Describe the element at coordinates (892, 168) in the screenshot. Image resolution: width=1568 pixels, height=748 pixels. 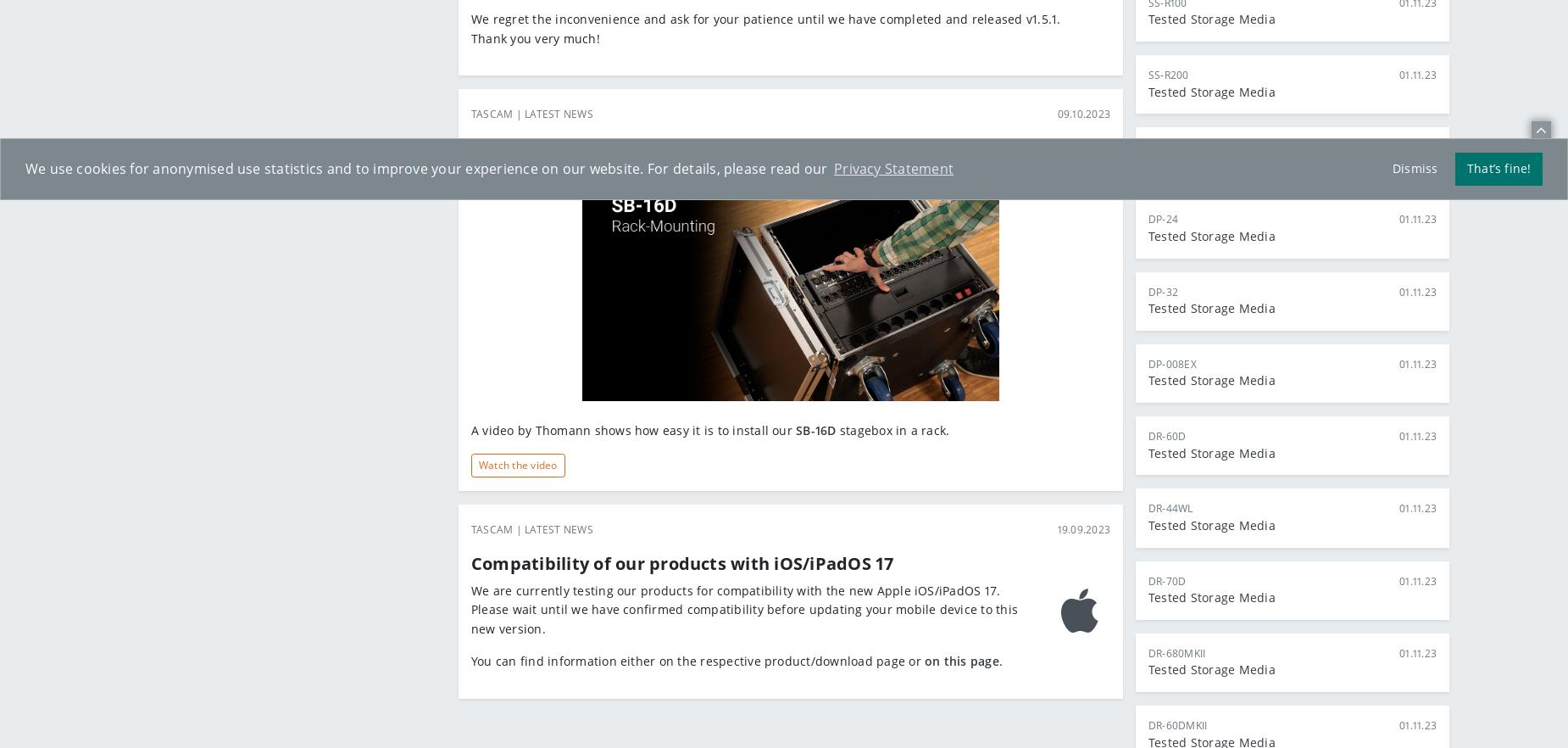
I see `'Privacy Statement'` at that location.